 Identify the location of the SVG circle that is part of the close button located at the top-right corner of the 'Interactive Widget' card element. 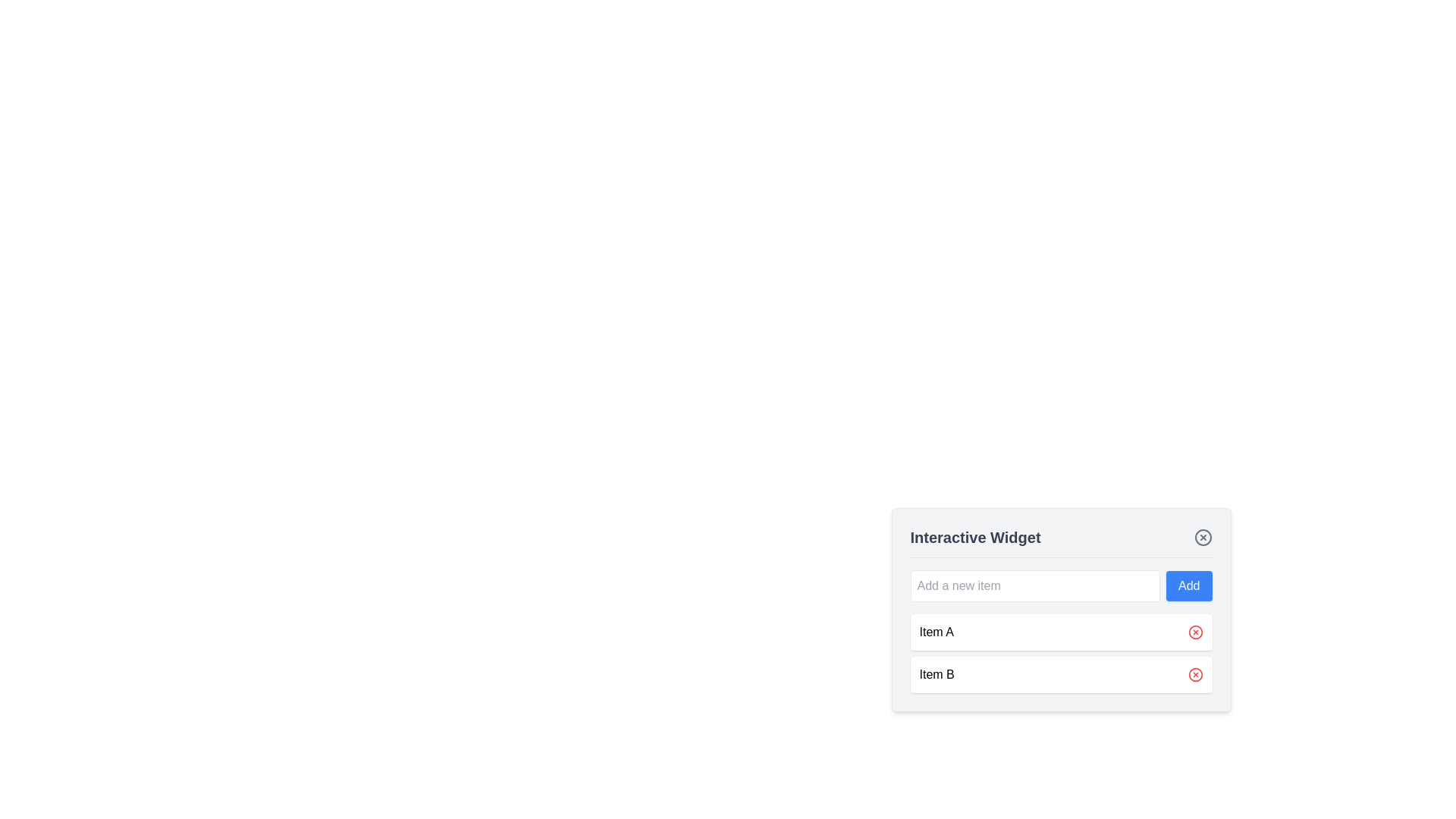
(1202, 537).